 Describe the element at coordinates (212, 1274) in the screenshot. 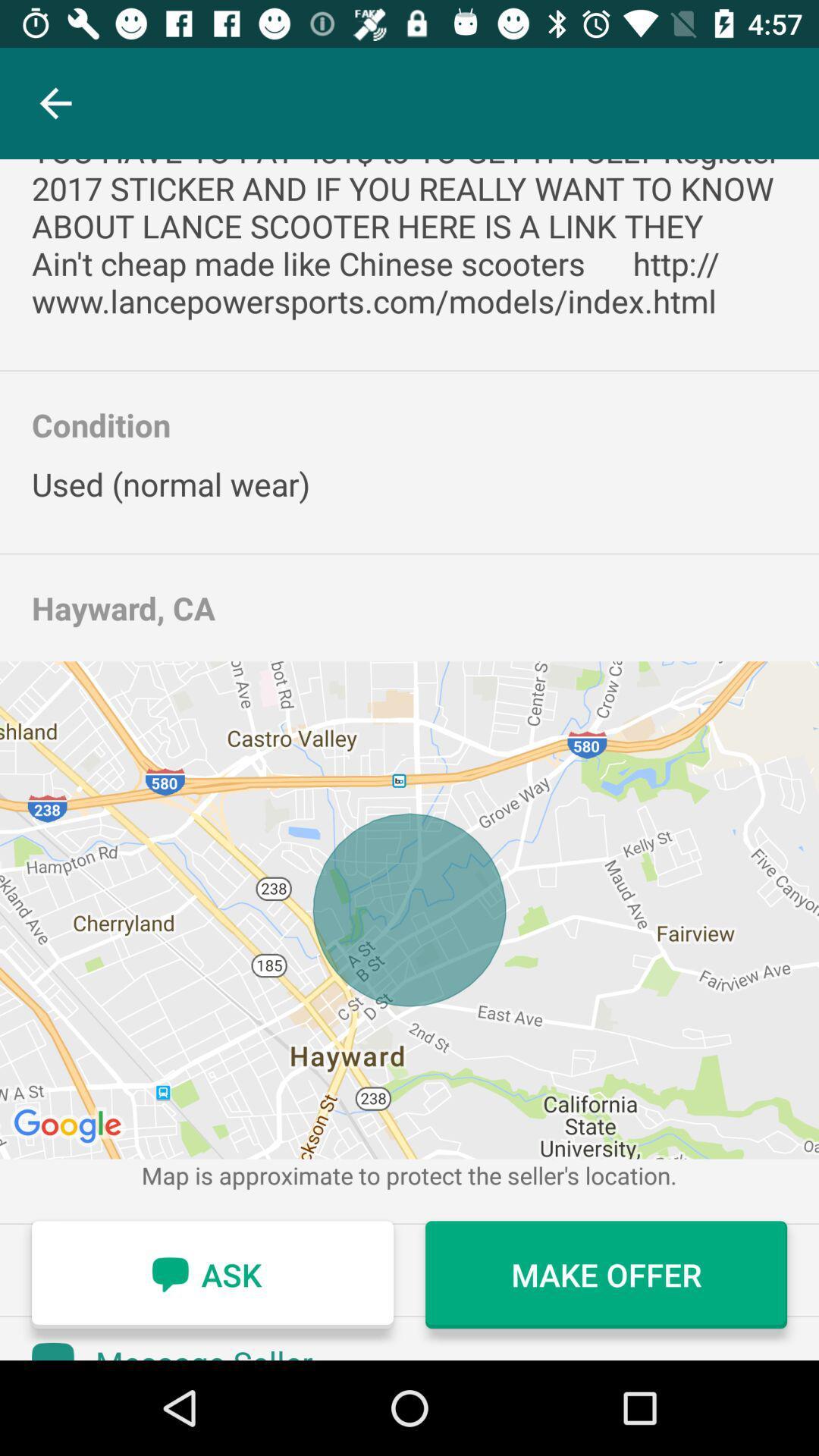

I see `the icon to the left of the make offer item` at that location.